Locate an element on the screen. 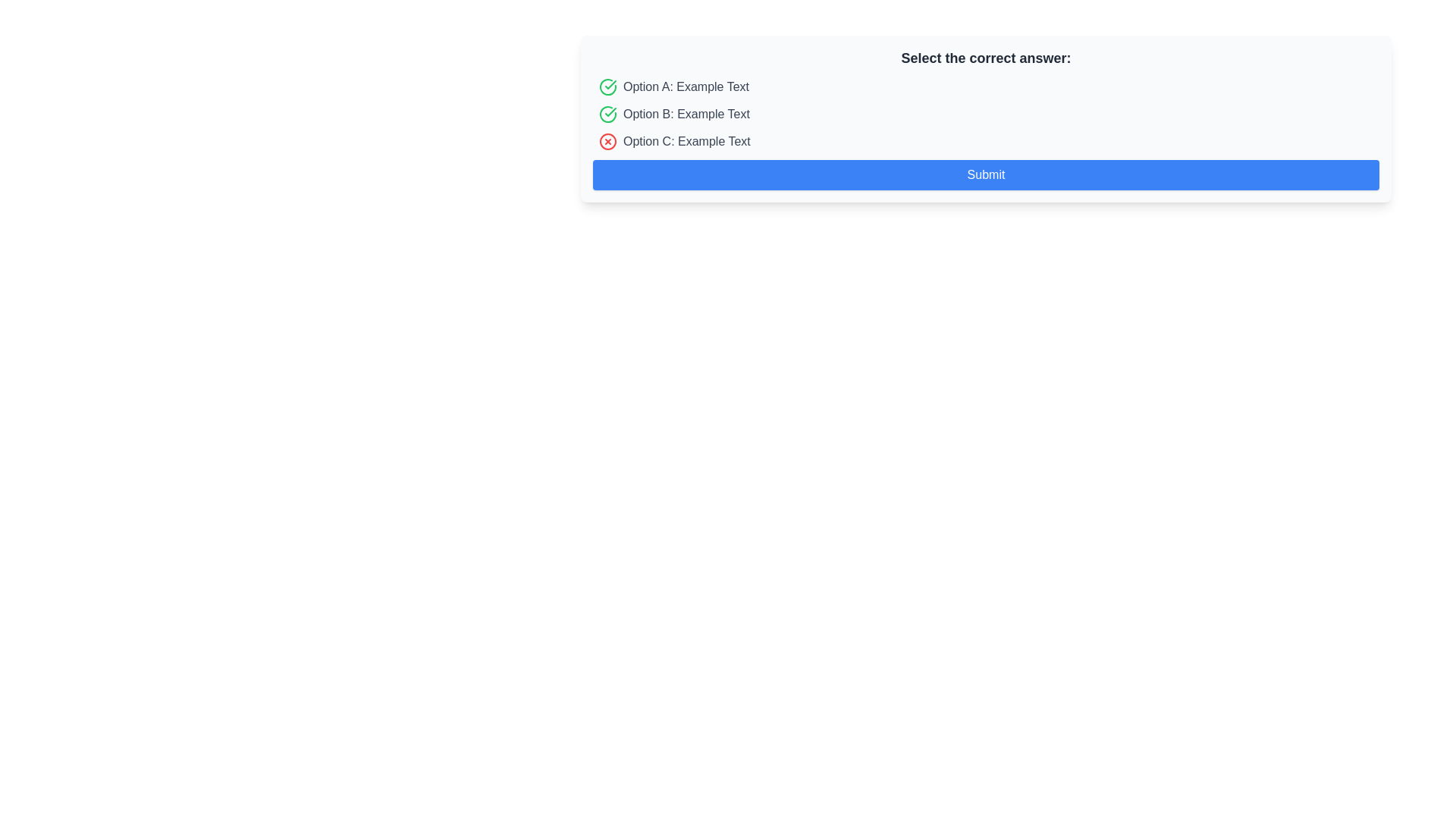 The height and width of the screenshot is (819, 1456). the green checkmark icon indicating a positive status next to 'Option A: Example Text' is located at coordinates (610, 111).